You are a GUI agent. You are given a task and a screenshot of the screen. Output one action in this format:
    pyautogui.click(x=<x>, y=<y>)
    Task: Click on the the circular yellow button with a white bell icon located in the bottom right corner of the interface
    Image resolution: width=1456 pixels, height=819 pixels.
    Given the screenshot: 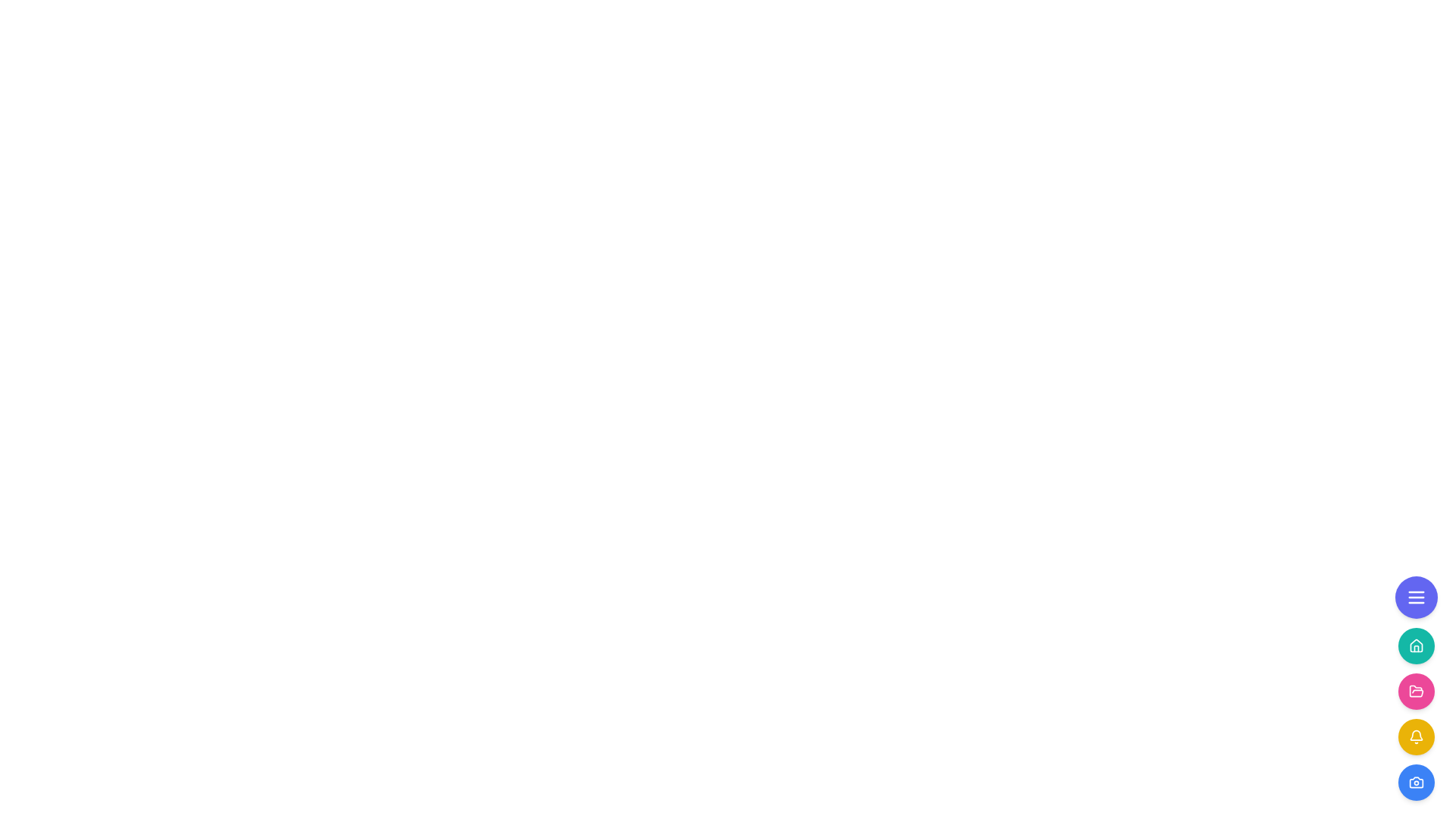 What is the action you would take?
    pyautogui.click(x=1415, y=736)
    